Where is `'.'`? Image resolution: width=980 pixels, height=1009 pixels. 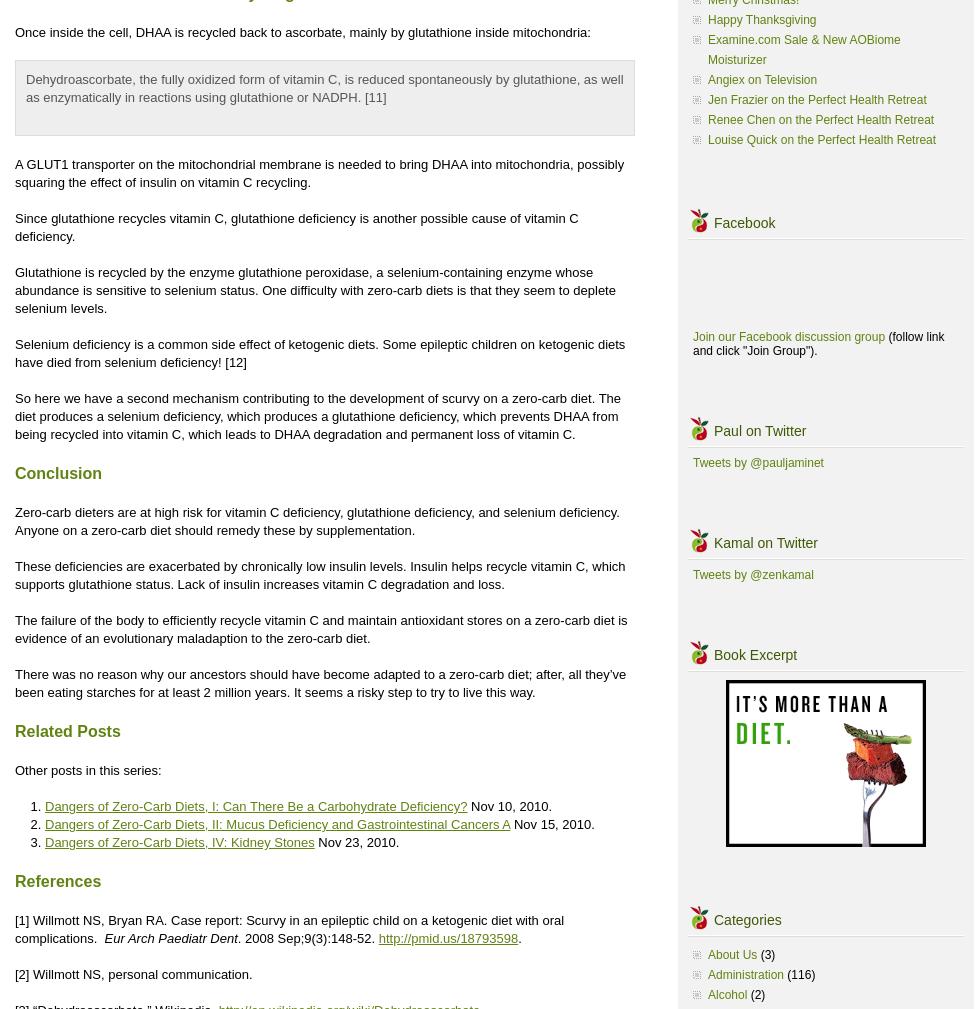 '.' is located at coordinates (519, 938).